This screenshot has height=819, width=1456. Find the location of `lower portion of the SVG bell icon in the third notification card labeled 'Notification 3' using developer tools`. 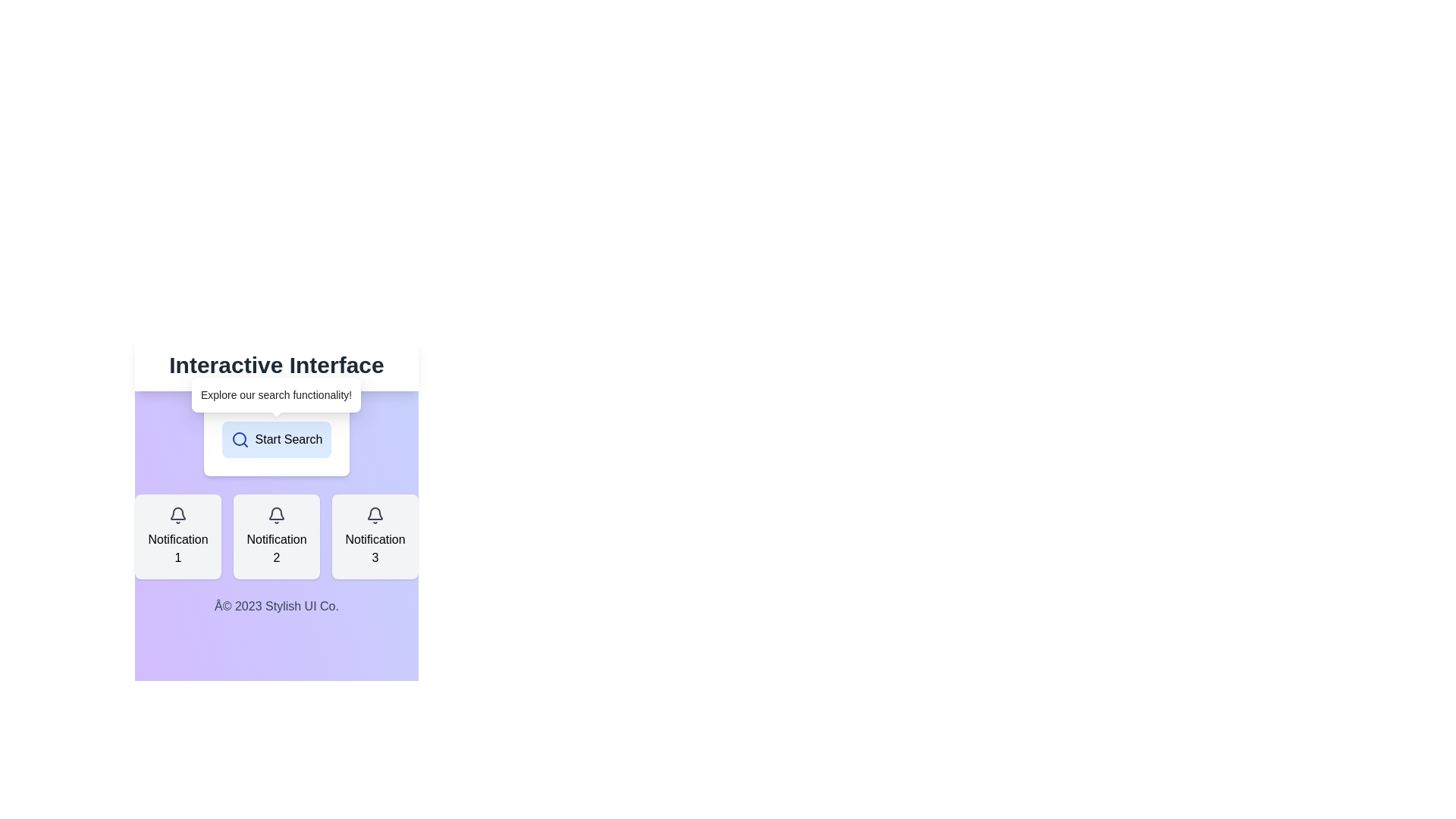

lower portion of the SVG bell icon in the third notification card labeled 'Notification 3' using developer tools is located at coordinates (375, 513).